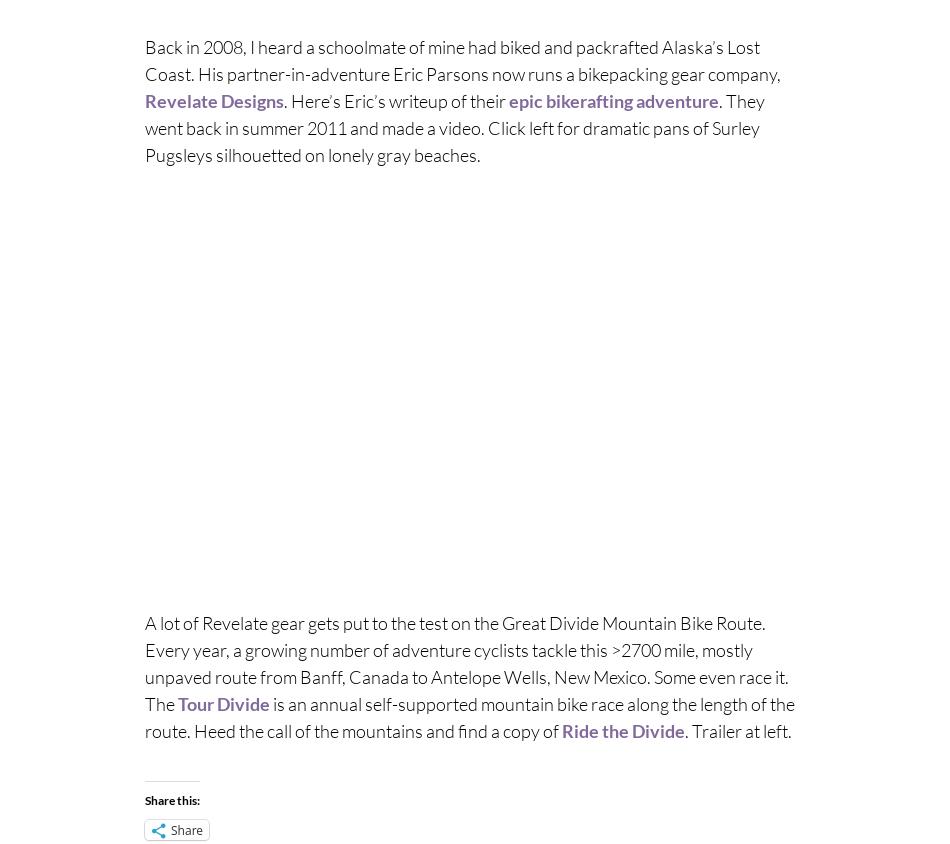 The height and width of the screenshot is (844, 950). I want to click on 'epic bikerafting adventure', so click(613, 100).